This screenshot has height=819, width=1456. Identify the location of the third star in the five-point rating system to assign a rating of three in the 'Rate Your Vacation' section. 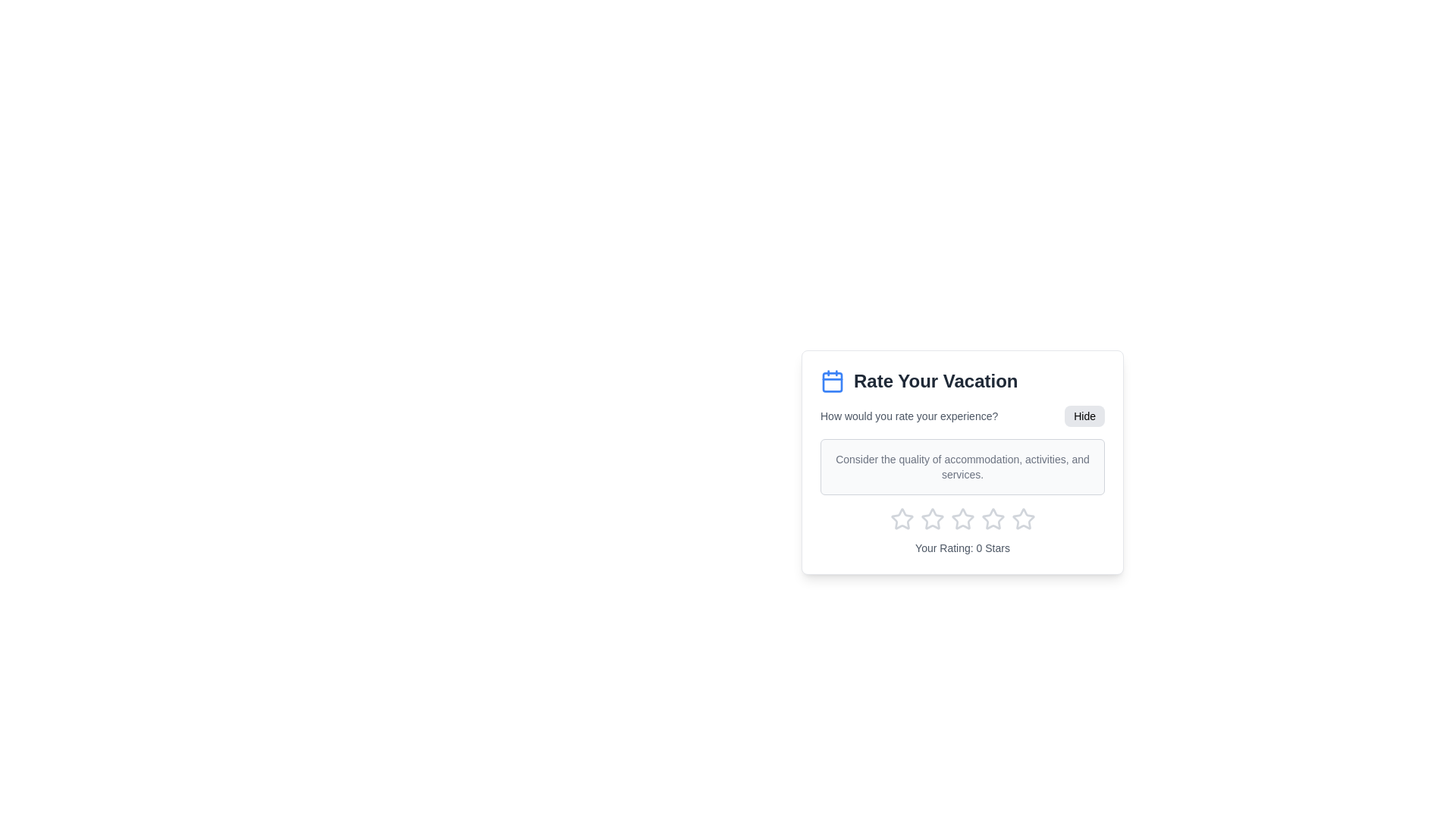
(961, 517).